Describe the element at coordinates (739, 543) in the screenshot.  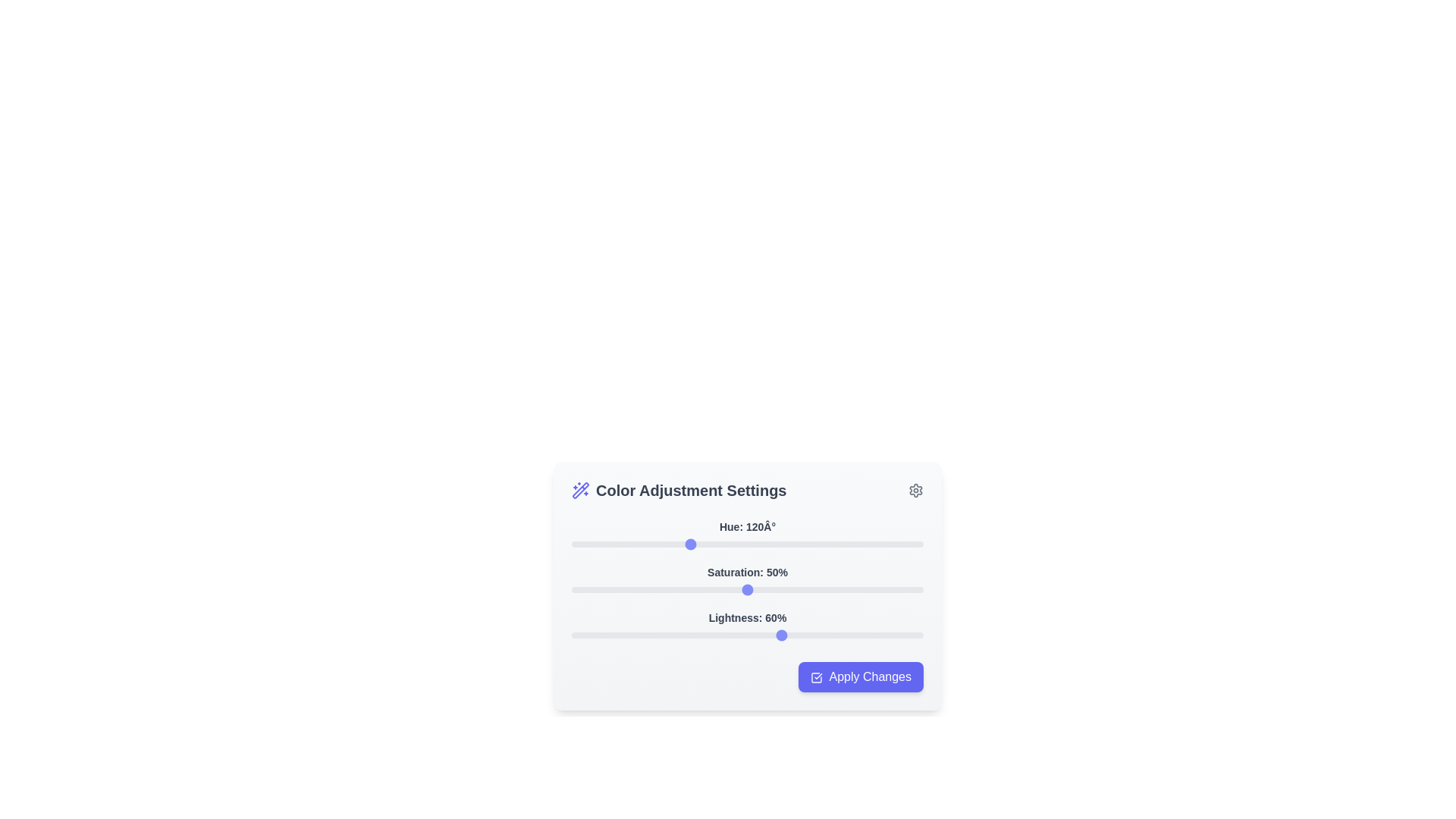
I see `hue` at that location.